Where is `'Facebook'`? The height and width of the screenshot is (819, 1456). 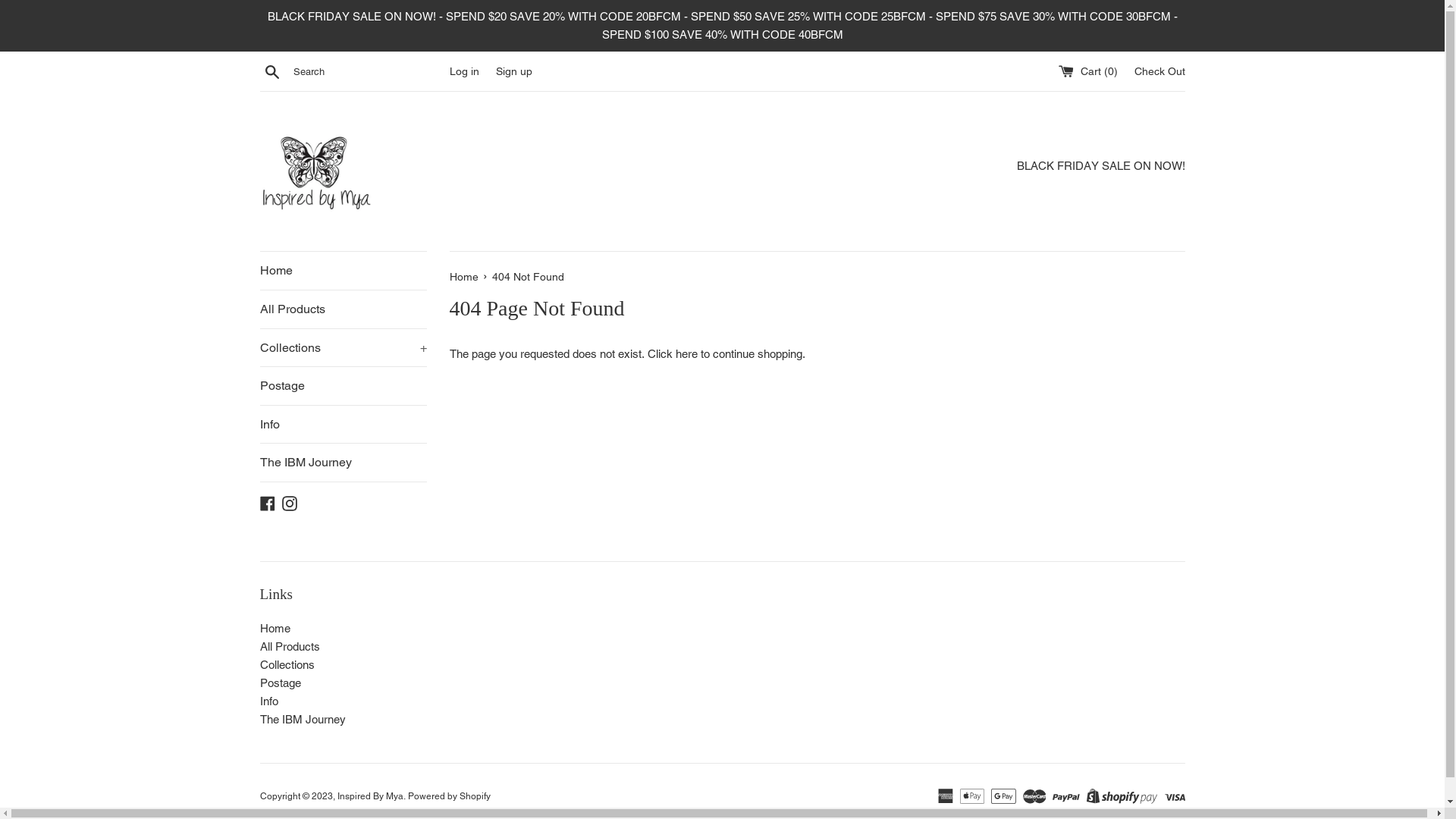 'Facebook' is located at coordinates (266, 502).